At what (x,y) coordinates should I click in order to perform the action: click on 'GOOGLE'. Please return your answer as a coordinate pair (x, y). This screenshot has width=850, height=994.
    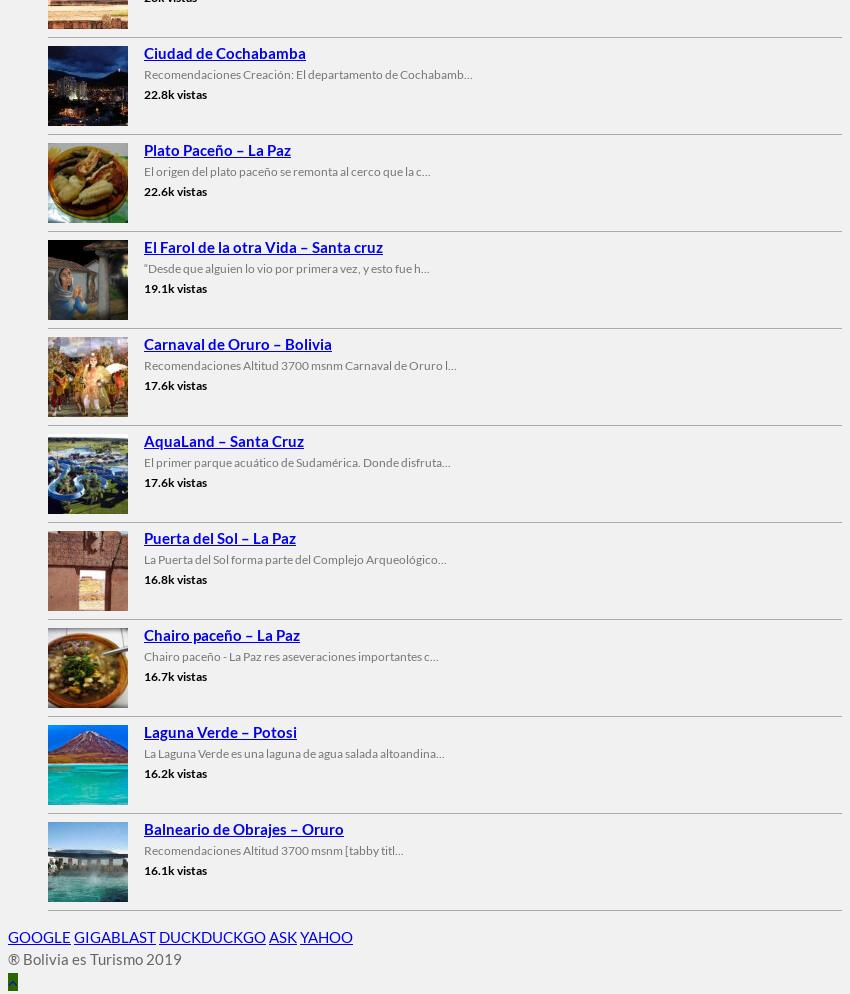
    Looking at the image, I should click on (38, 935).